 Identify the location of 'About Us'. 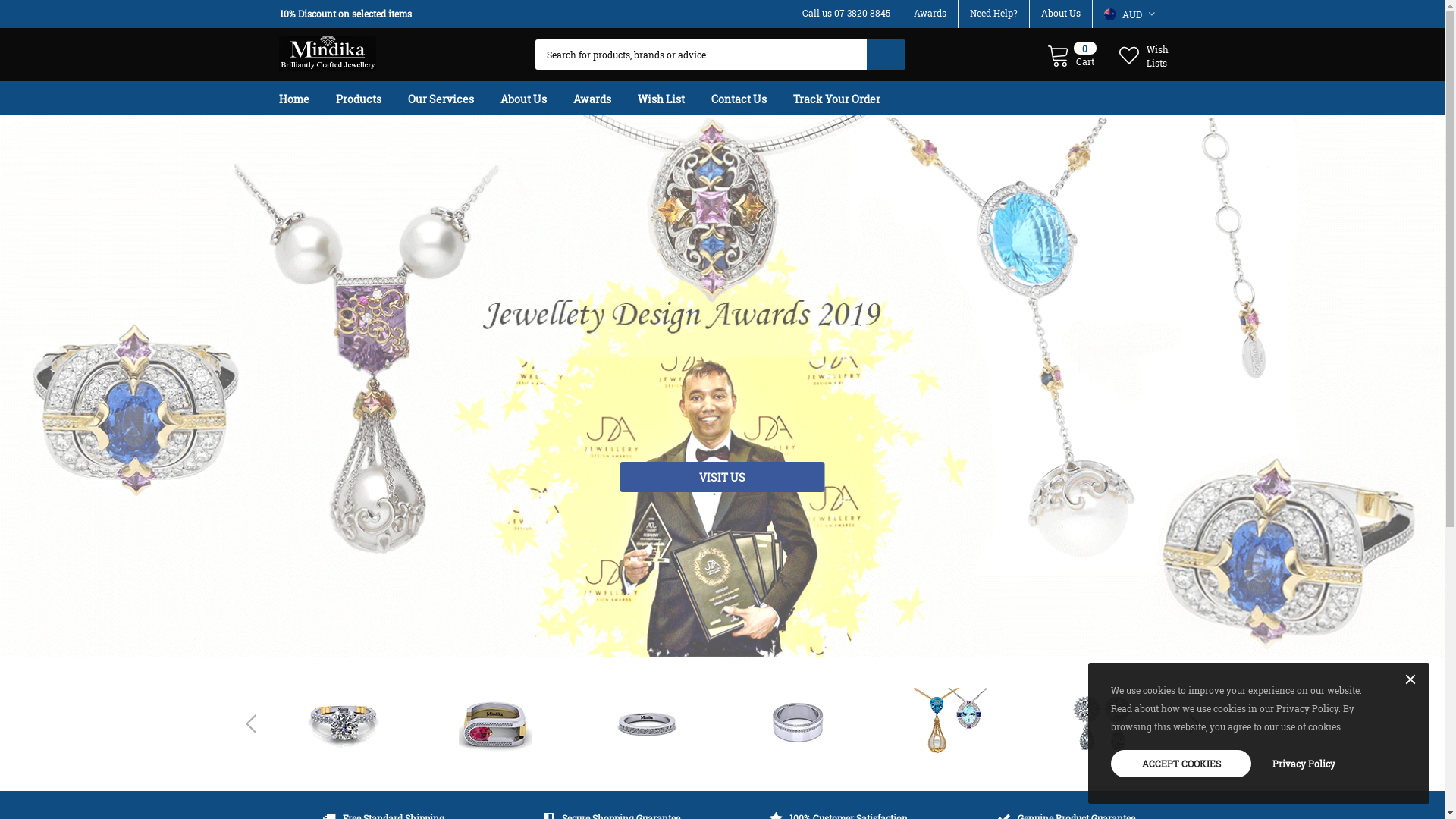
(535, 98).